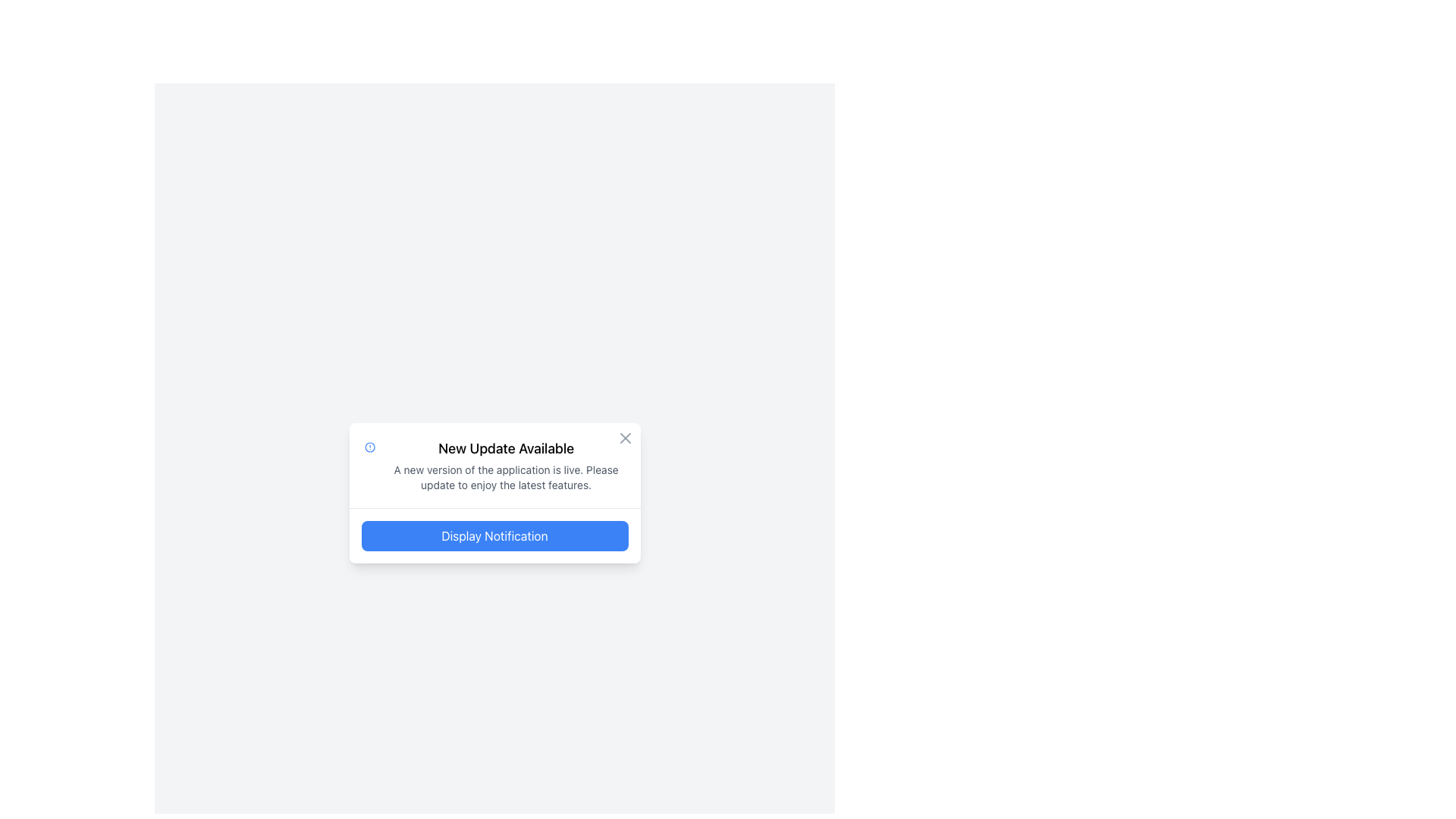 The width and height of the screenshot is (1456, 819). What do you see at coordinates (625, 438) in the screenshot?
I see `the close button in the top-right corner of the 'New Update Available' notification box to change its appearance` at bounding box center [625, 438].